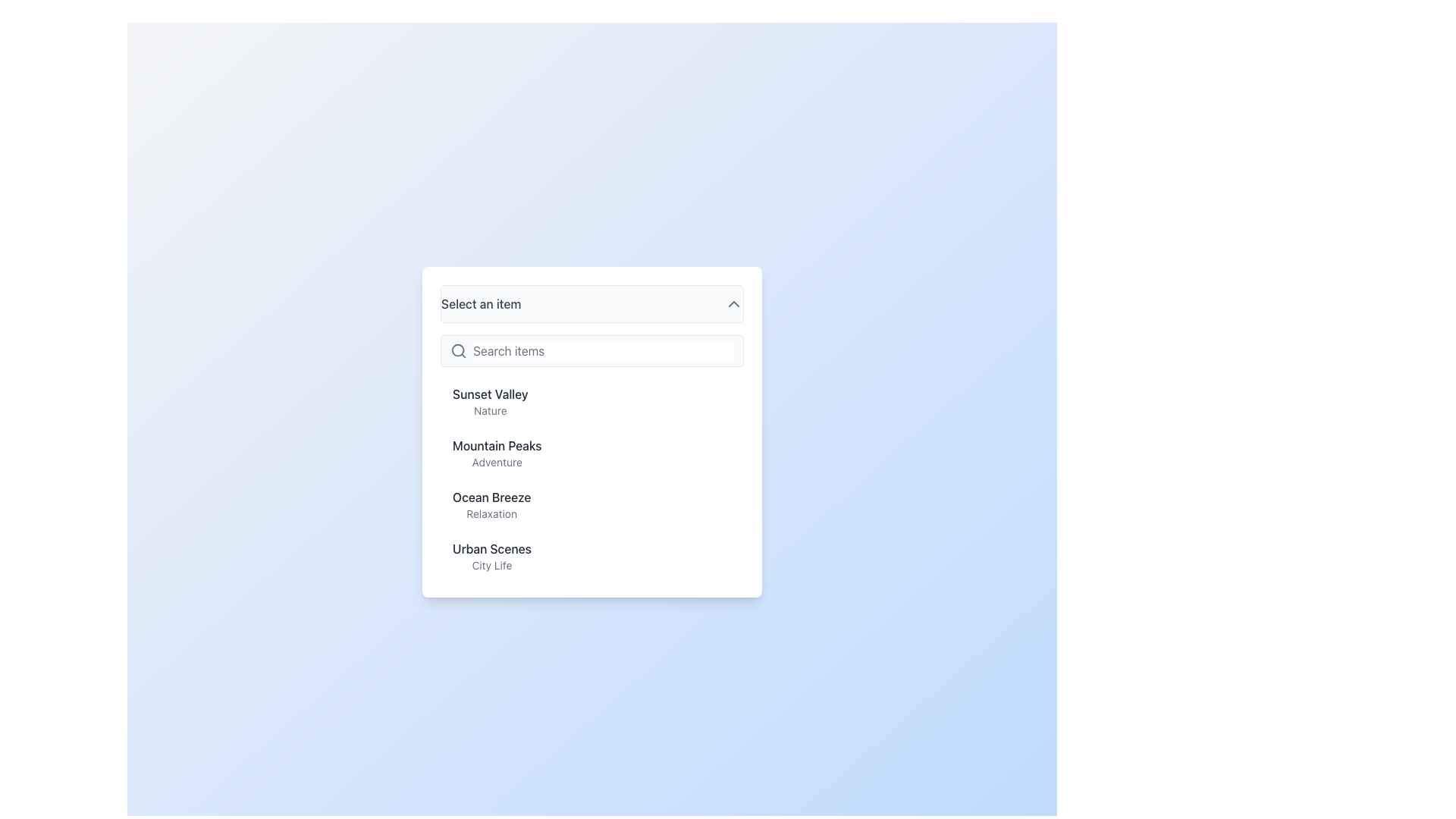  What do you see at coordinates (490, 394) in the screenshot?
I see `the dropdown entry labeled 'Sunset Valley', which is the primary label above the smaller descriptive label 'Nature'` at bounding box center [490, 394].